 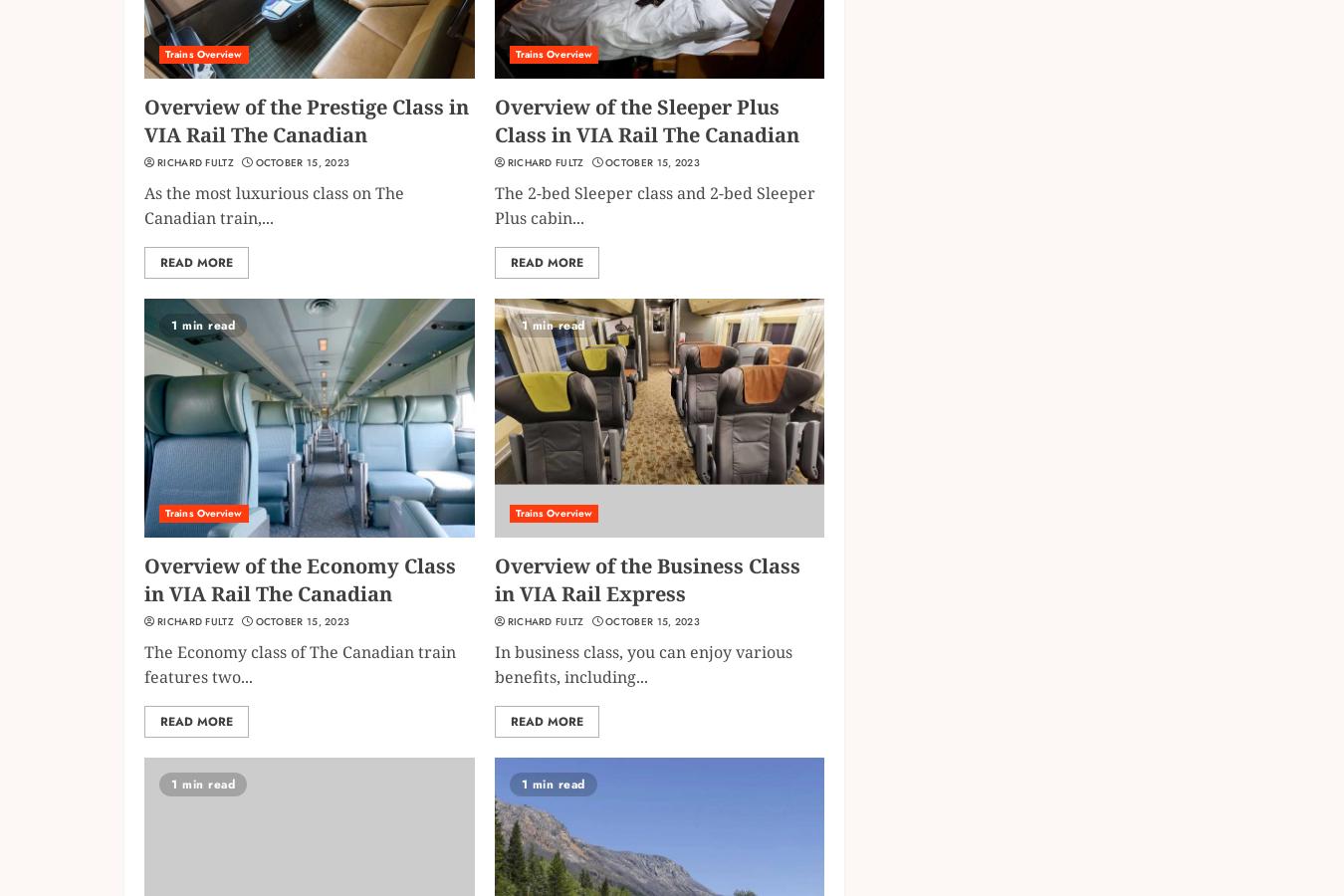 What do you see at coordinates (143, 663) in the screenshot?
I see `'The Economy class of The Canadian train features two...'` at bounding box center [143, 663].